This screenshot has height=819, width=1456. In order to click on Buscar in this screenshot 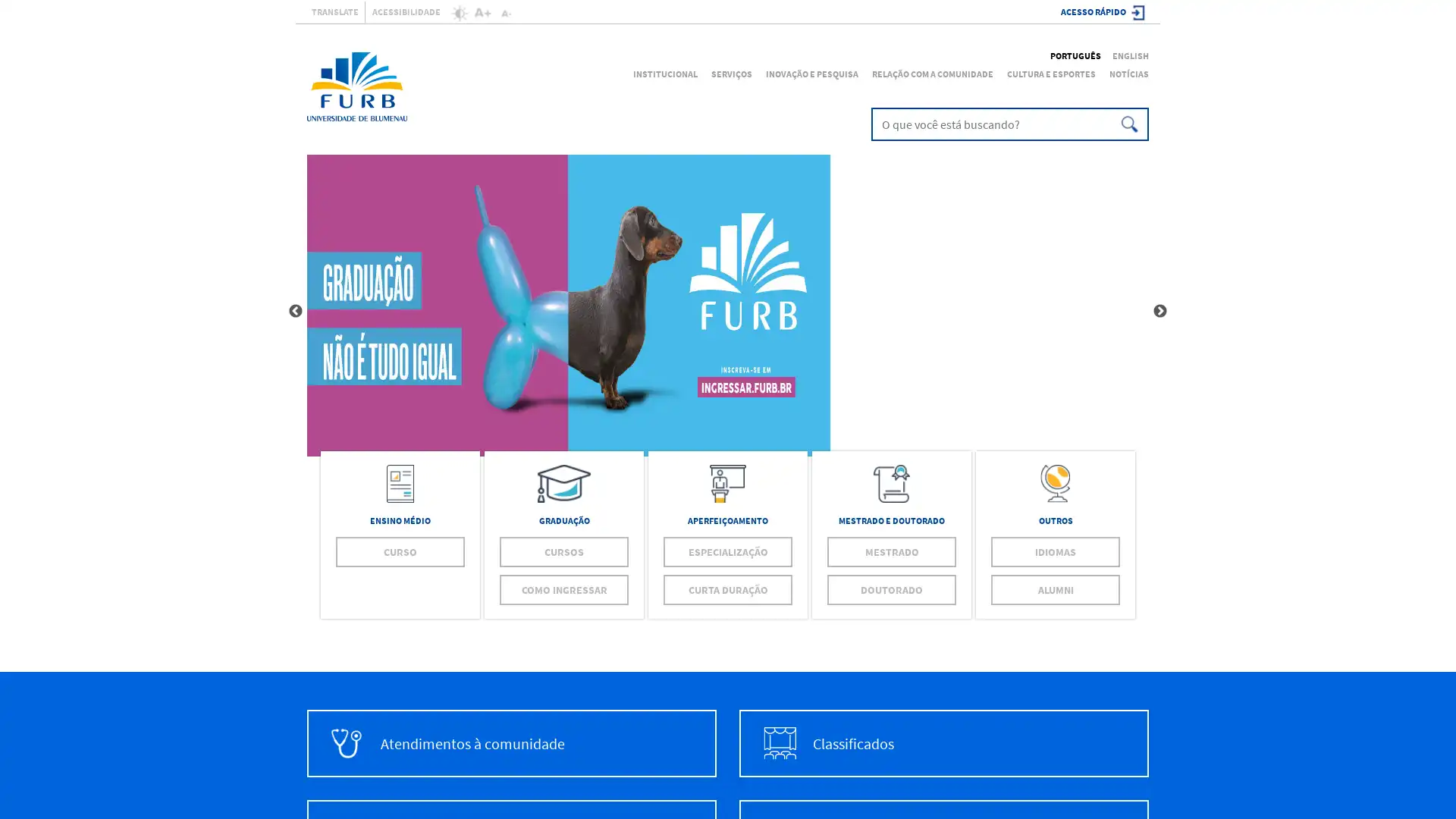, I will do `click(1128, 124)`.